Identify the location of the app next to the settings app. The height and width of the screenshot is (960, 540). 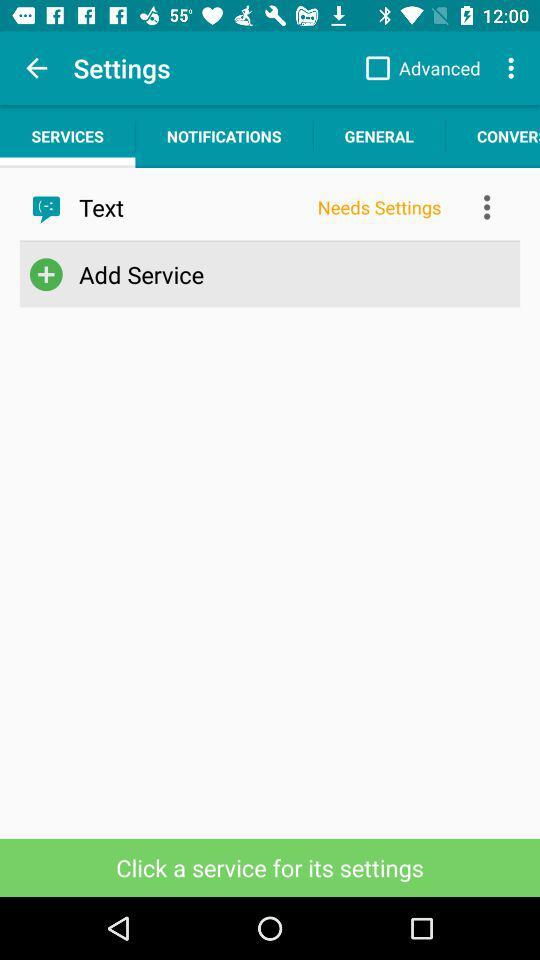
(36, 68).